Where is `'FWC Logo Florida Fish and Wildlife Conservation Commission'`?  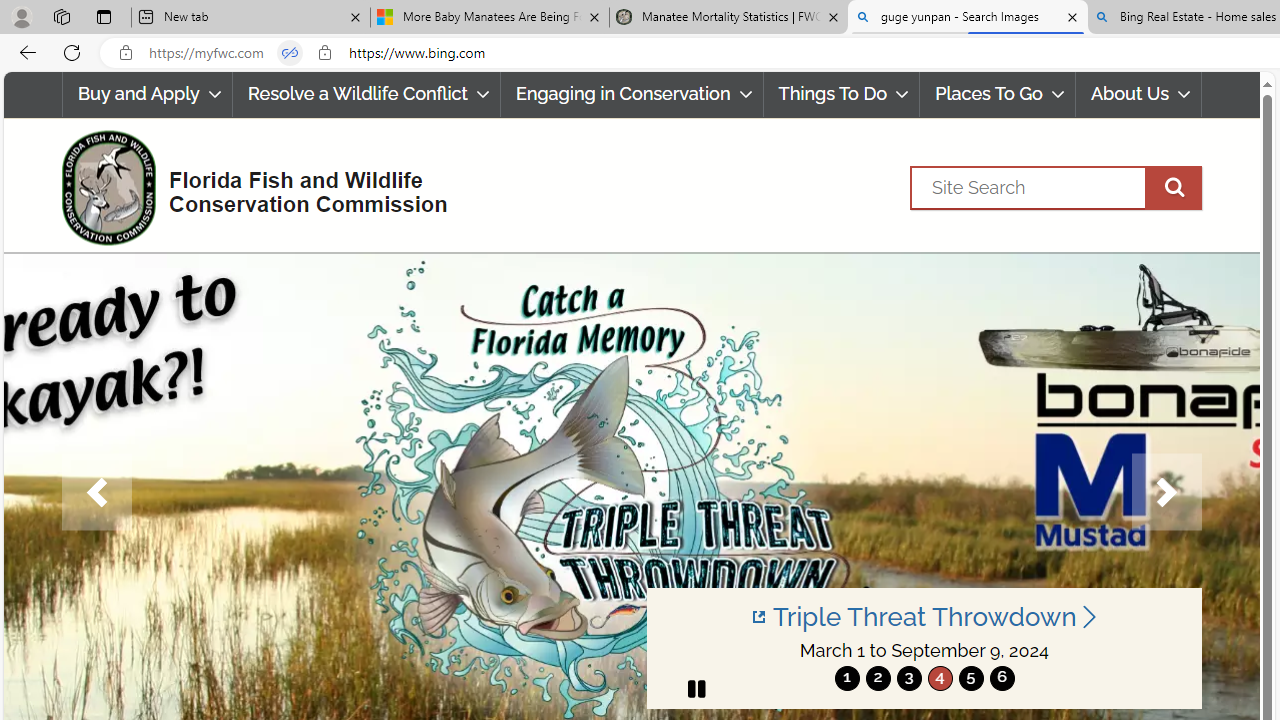 'FWC Logo Florida Fish and Wildlife Conservation Commission' is located at coordinates (245, 185).